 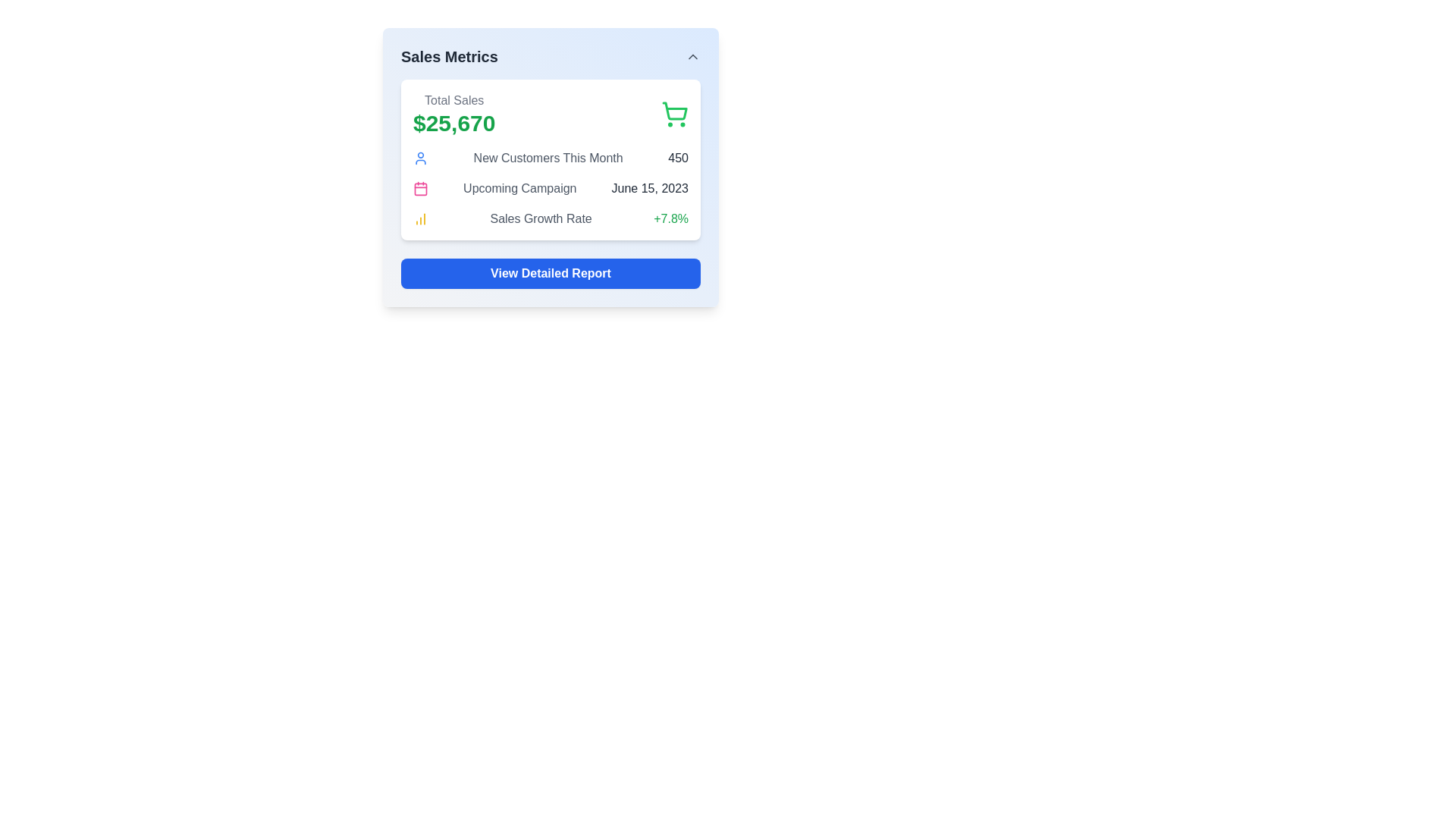 I want to click on the Information panel with structured metrics, which is located within the 'Sales Metrics' card below 'Total Sales' and above the 'View Detailed Report' button, so click(x=550, y=188).